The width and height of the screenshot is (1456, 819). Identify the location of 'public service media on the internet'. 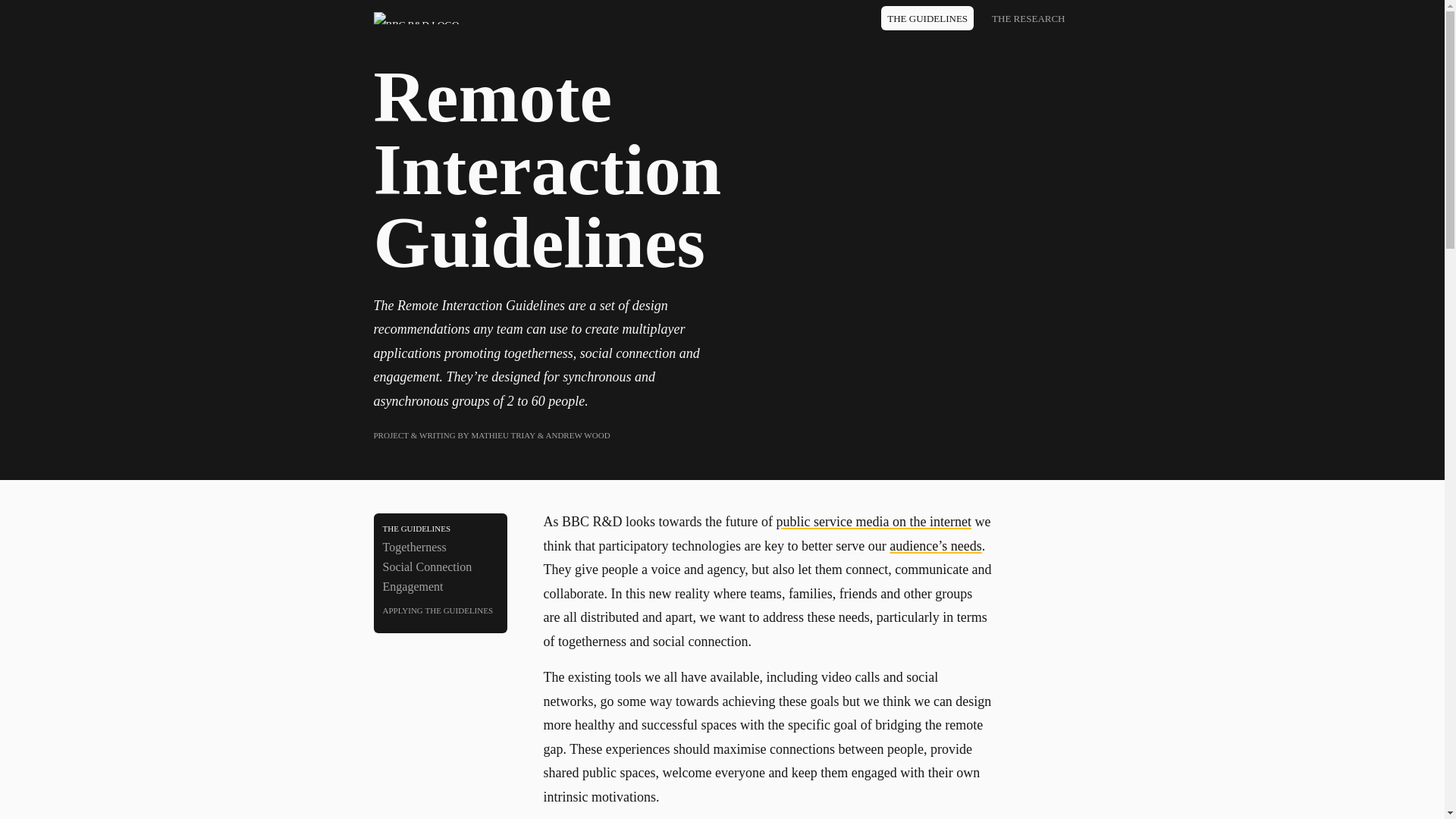
(873, 520).